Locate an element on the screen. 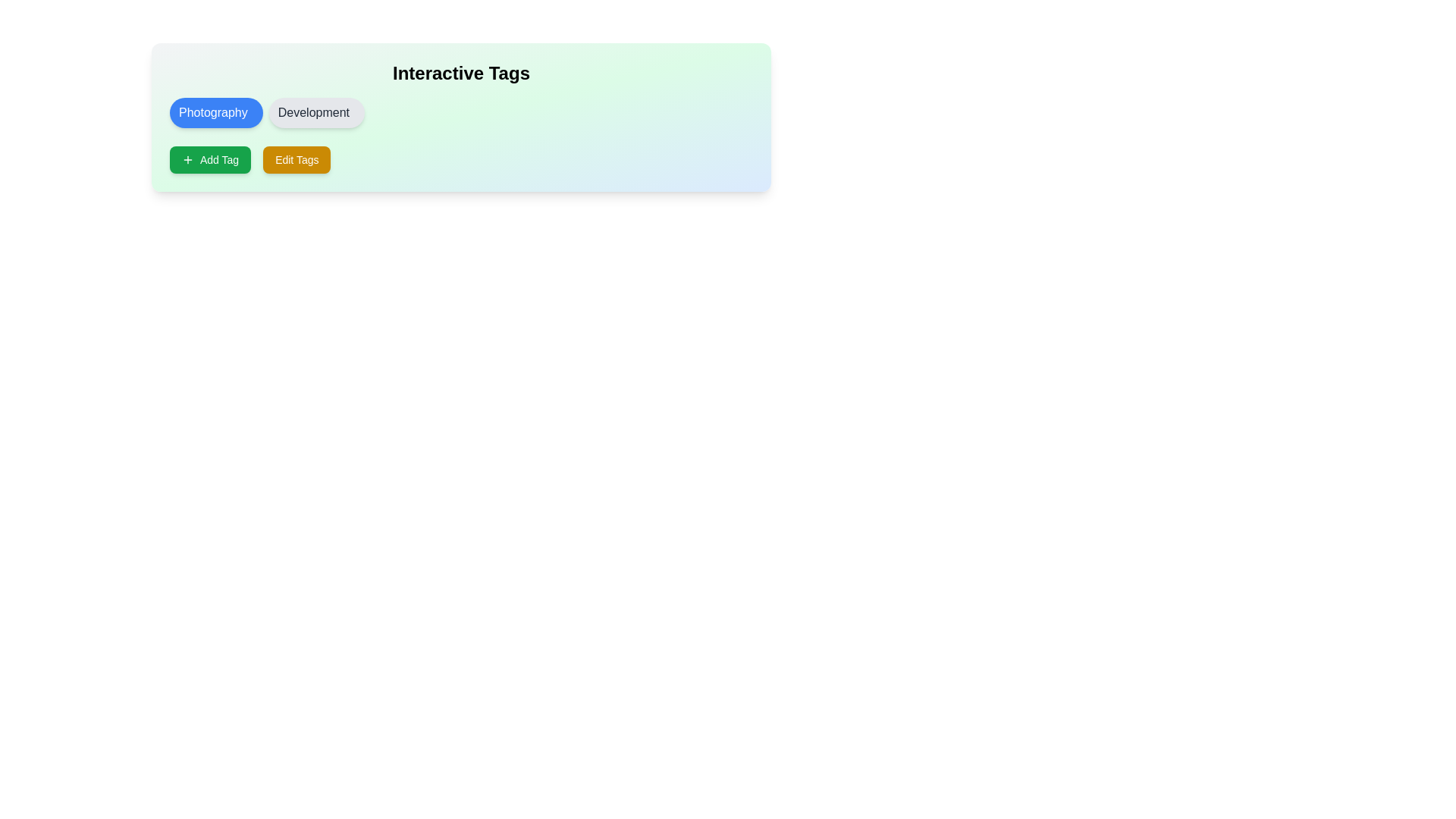 This screenshot has width=1456, height=819. the rounded blue button with white text reading 'Photography' located in the 'Interactive Tags' section is located at coordinates (215, 112).